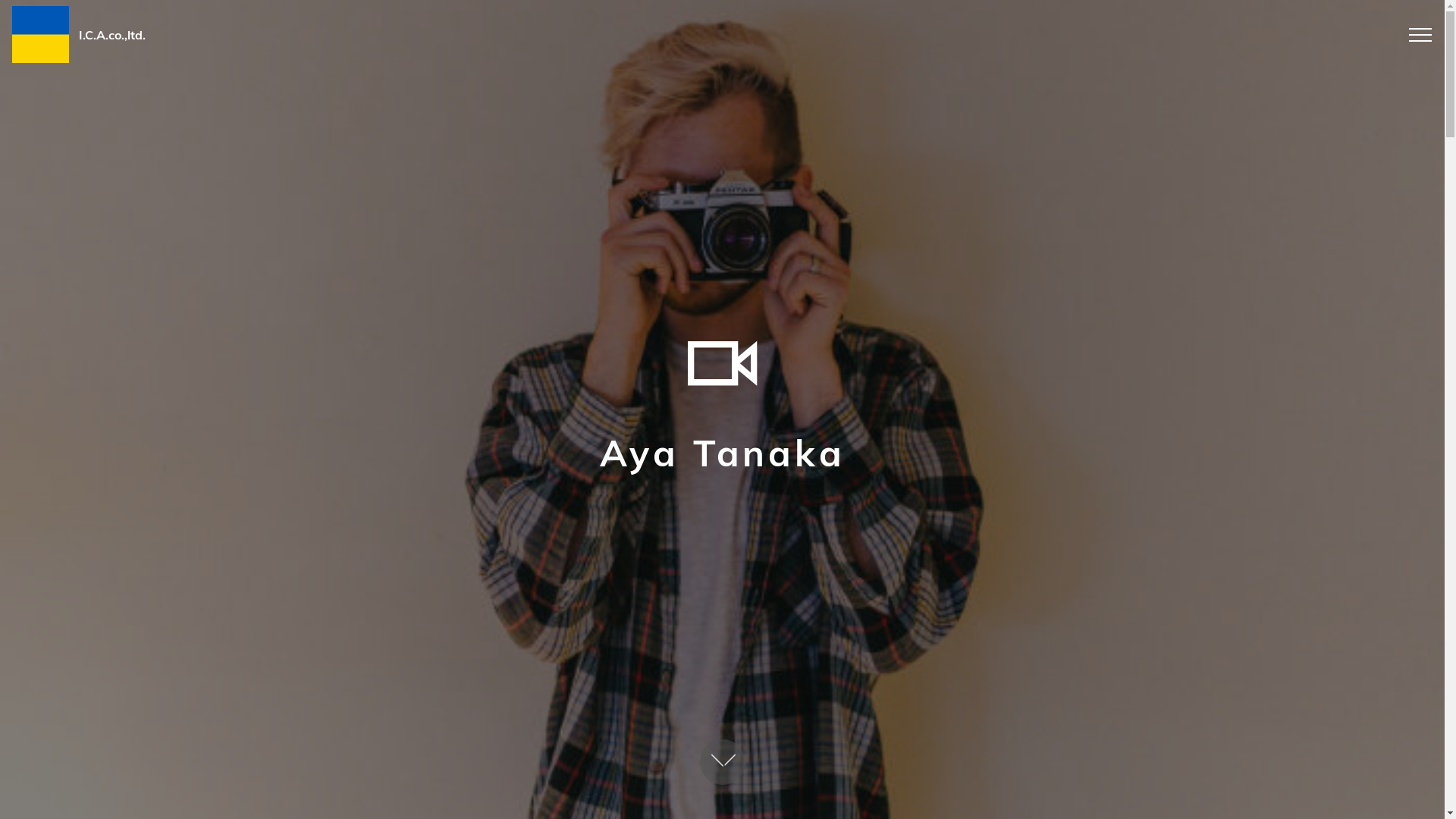  Describe the element at coordinates (111, 34) in the screenshot. I see `'I.C.A.co.,ltd.'` at that location.